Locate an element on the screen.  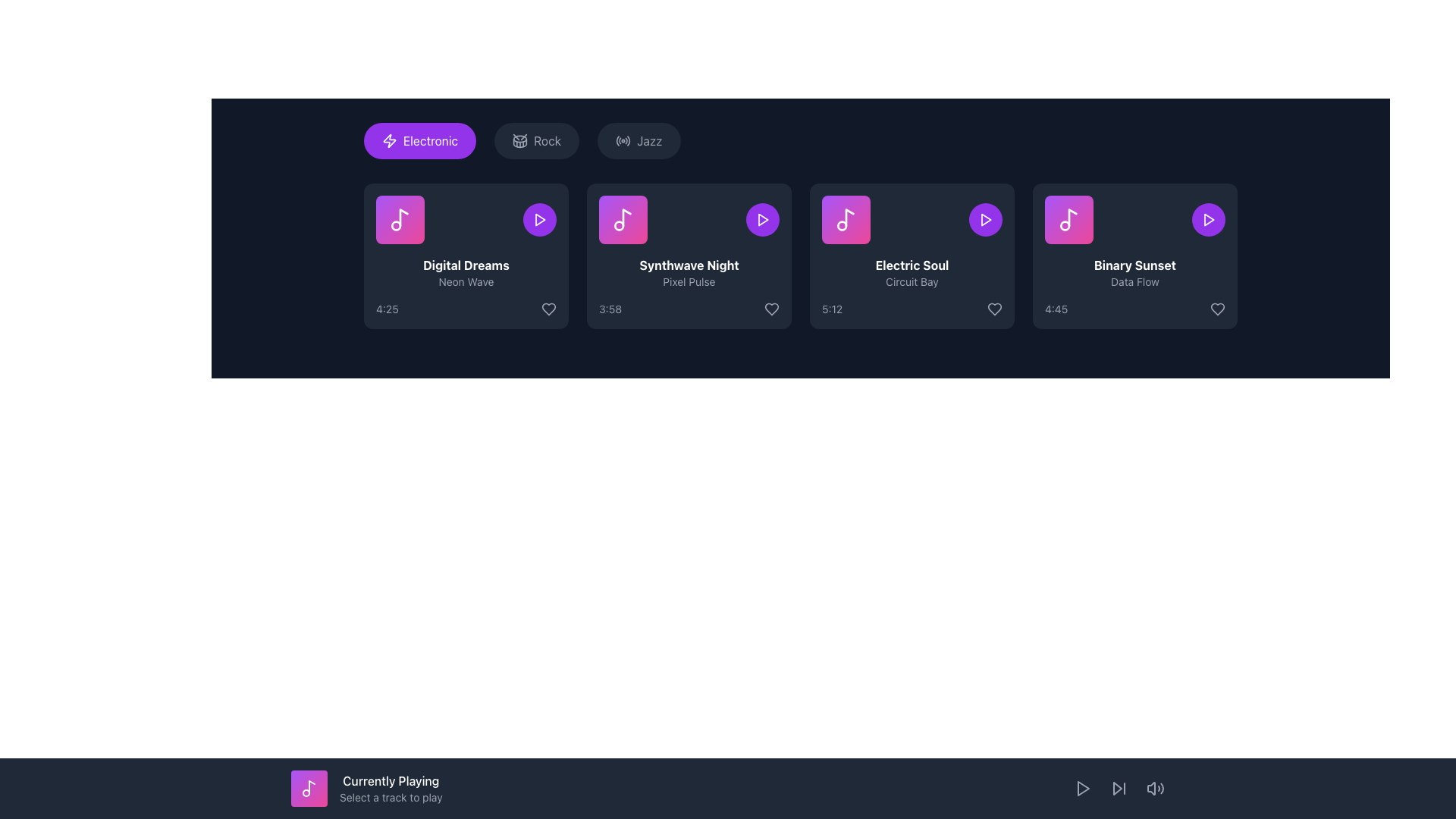
the music note icon located in the 'Currently Playing' section of the interface, which is styled with a thin, rounded stroke and fits within a square is located at coordinates (311, 786).